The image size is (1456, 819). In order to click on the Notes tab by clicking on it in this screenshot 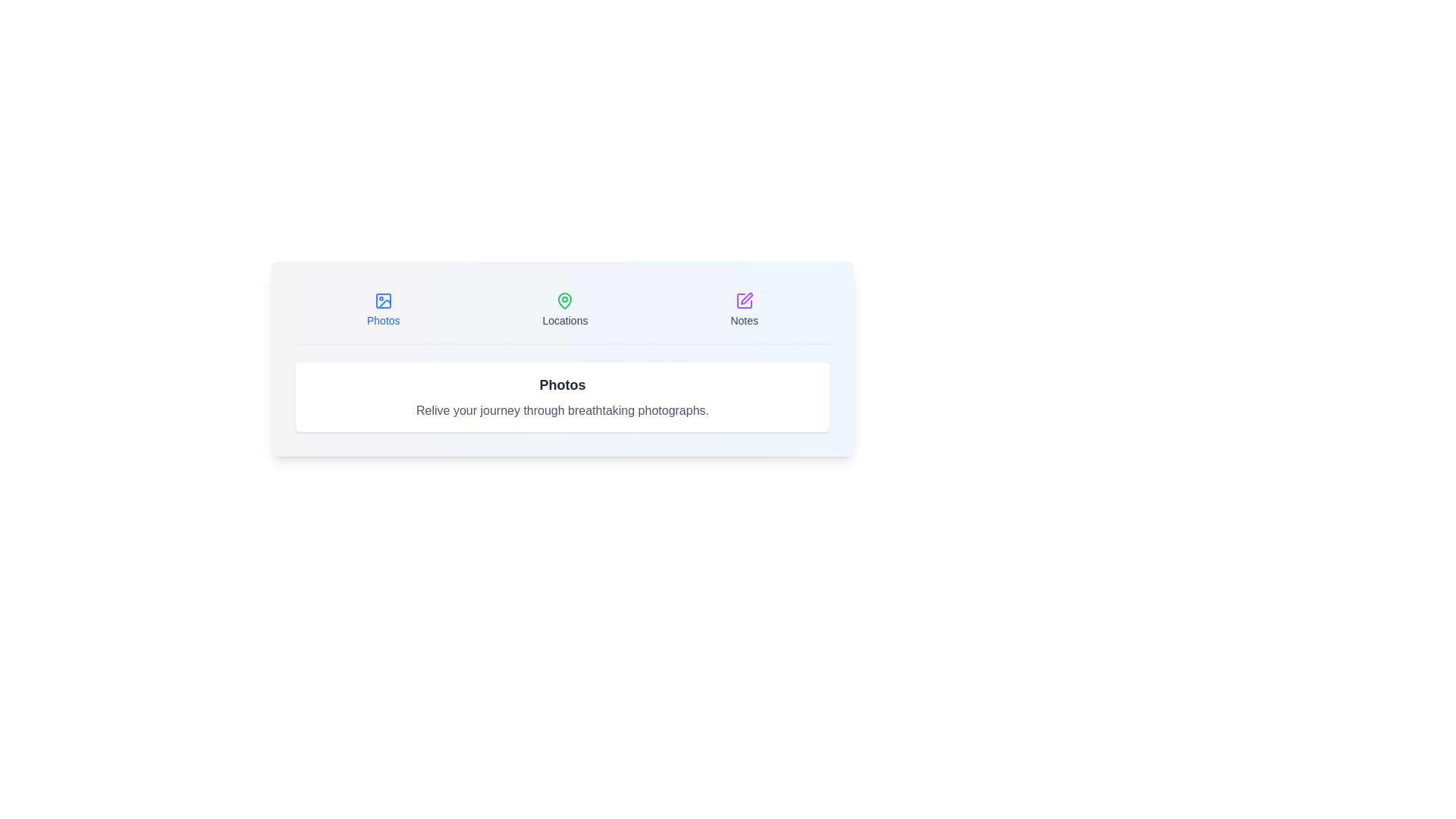, I will do `click(744, 309)`.